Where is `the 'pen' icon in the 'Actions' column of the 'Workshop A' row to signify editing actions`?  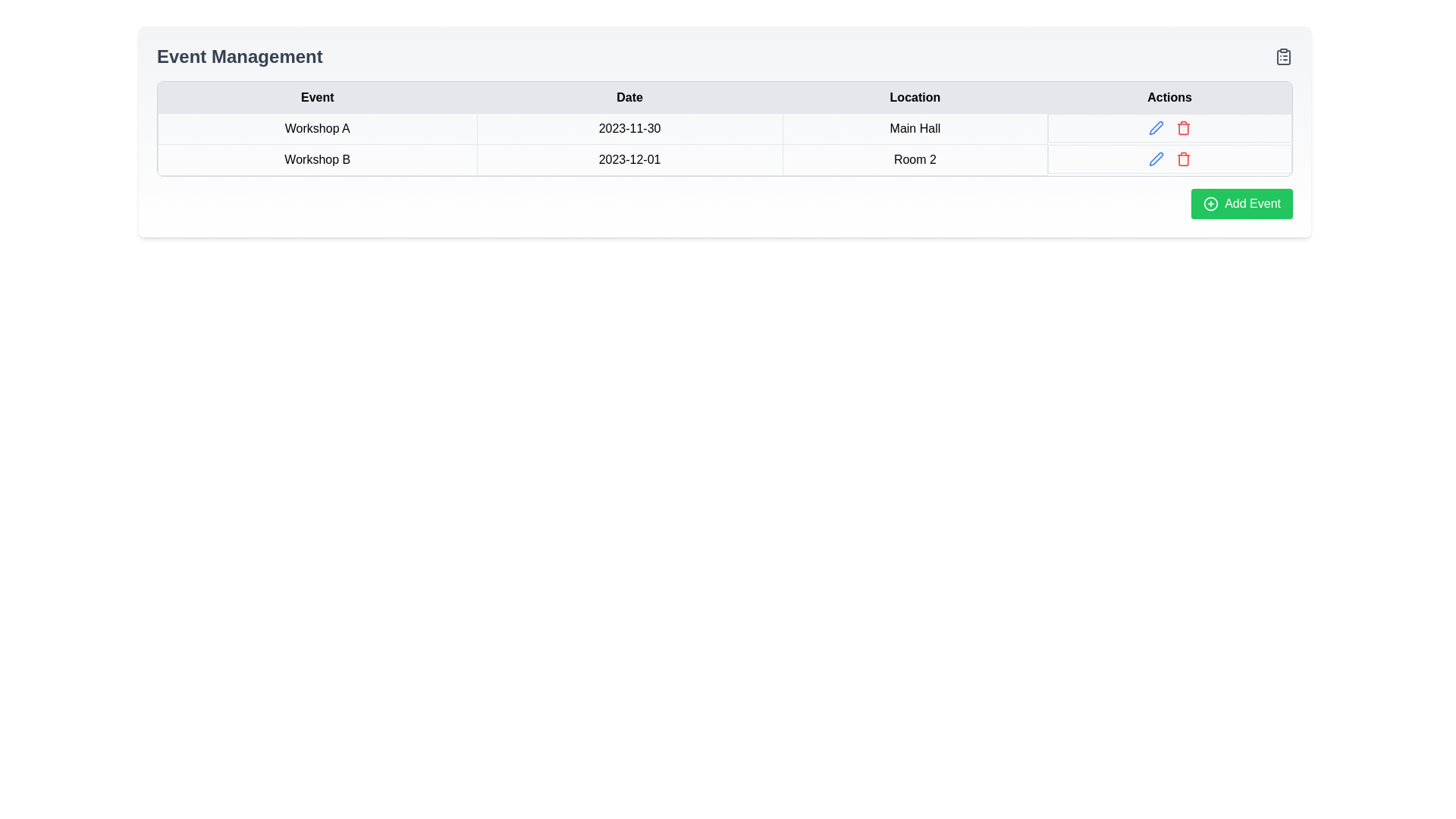
the 'pen' icon in the 'Actions' column of the 'Workshop A' row to signify editing actions is located at coordinates (1155, 158).